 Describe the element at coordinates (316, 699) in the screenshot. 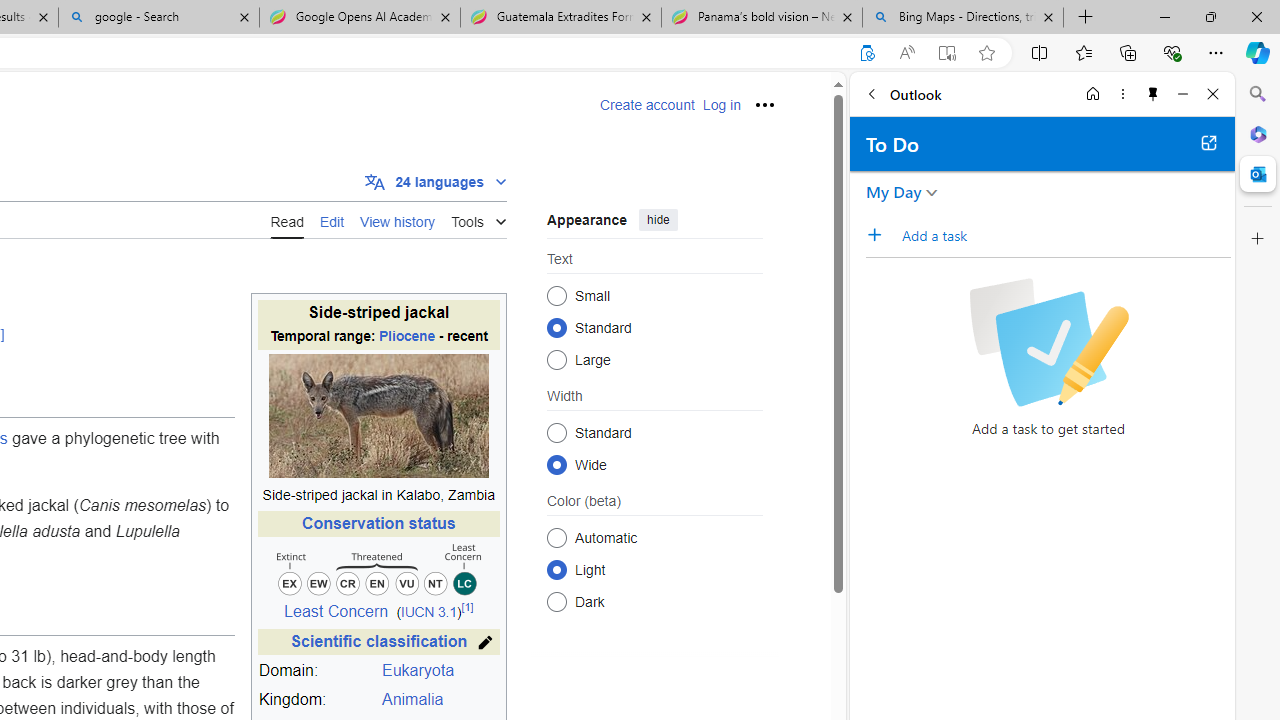

I see `'Kingdom:'` at that location.